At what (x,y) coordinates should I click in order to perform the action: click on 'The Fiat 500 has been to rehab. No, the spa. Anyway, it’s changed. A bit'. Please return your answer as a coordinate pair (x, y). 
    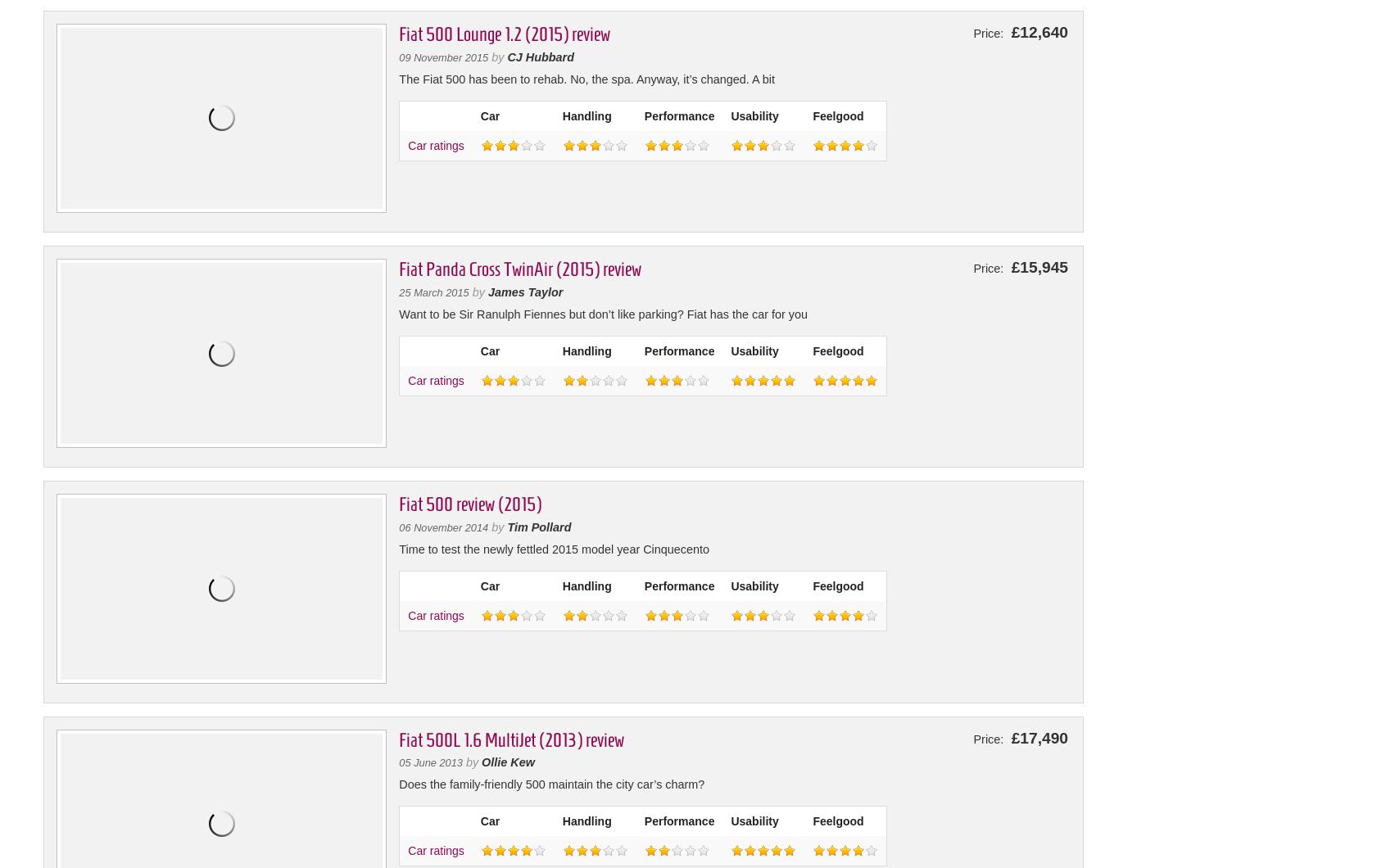
    Looking at the image, I should click on (586, 79).